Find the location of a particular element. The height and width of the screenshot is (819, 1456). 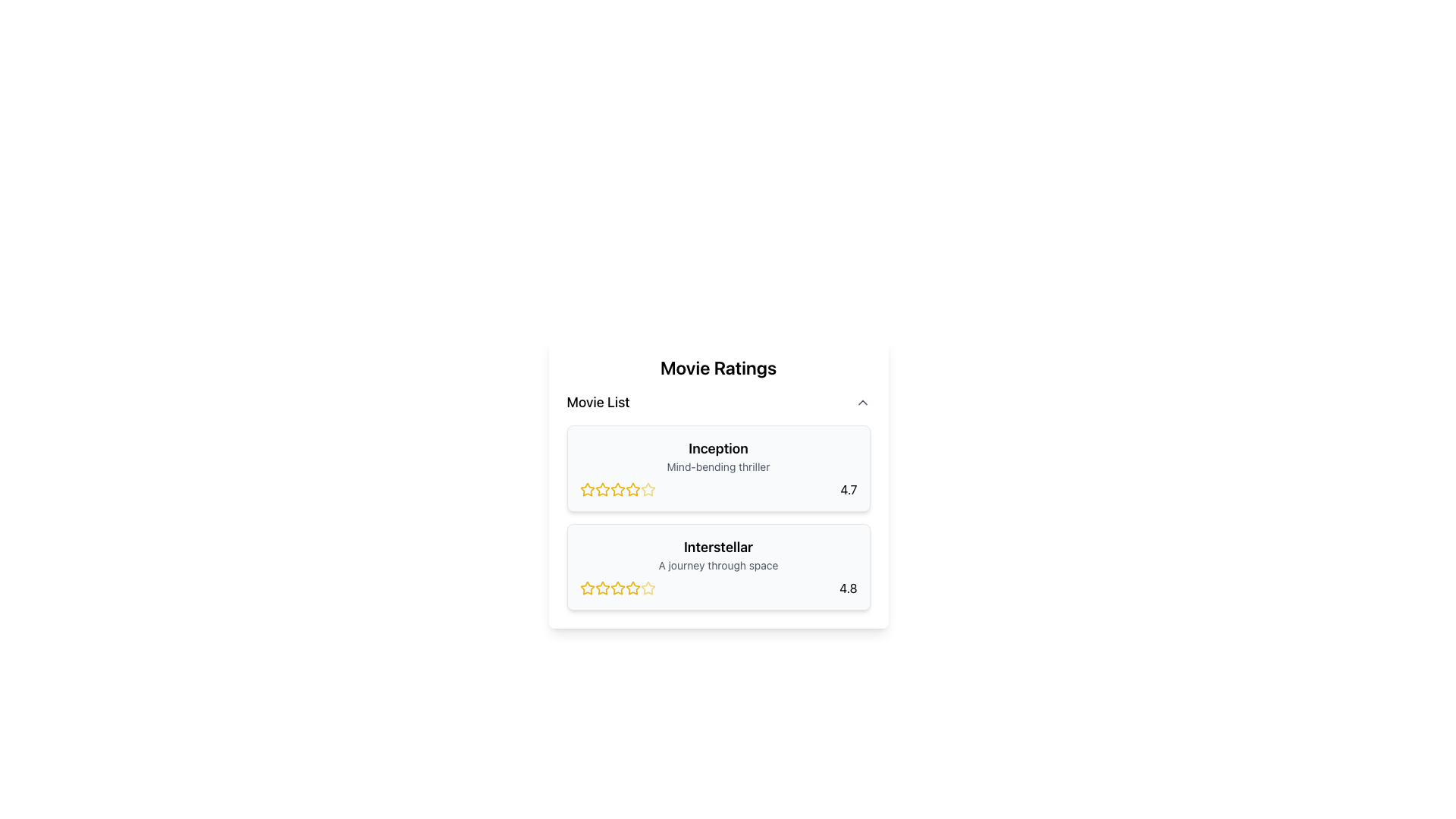

the visual state of the third star-shaped rating icon in the rating section for the 'Inception' movie card is located at coordinates (601, 489).